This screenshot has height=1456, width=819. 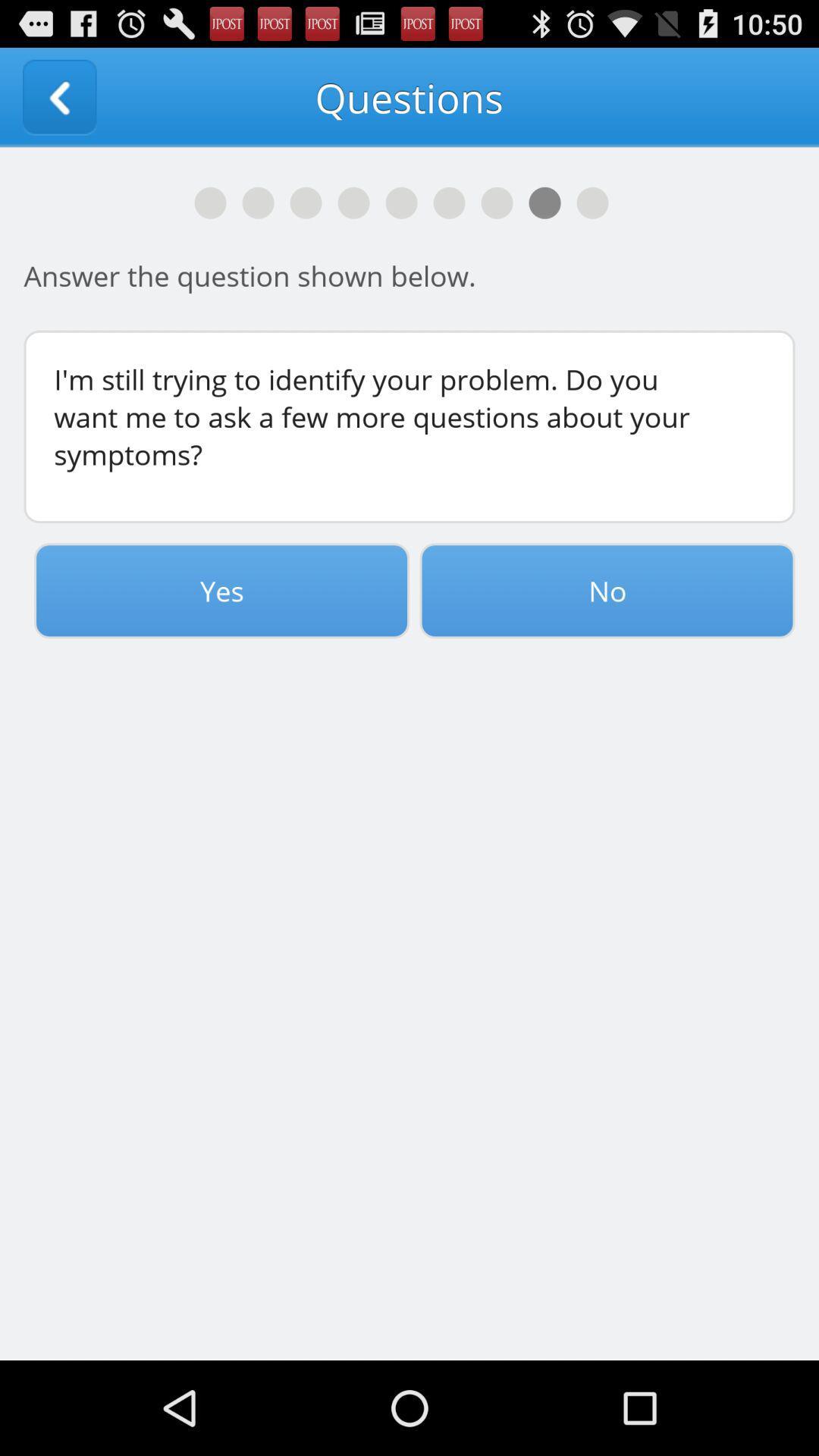 I want to click on the icon below the i m still, so click(x=221, y=590).